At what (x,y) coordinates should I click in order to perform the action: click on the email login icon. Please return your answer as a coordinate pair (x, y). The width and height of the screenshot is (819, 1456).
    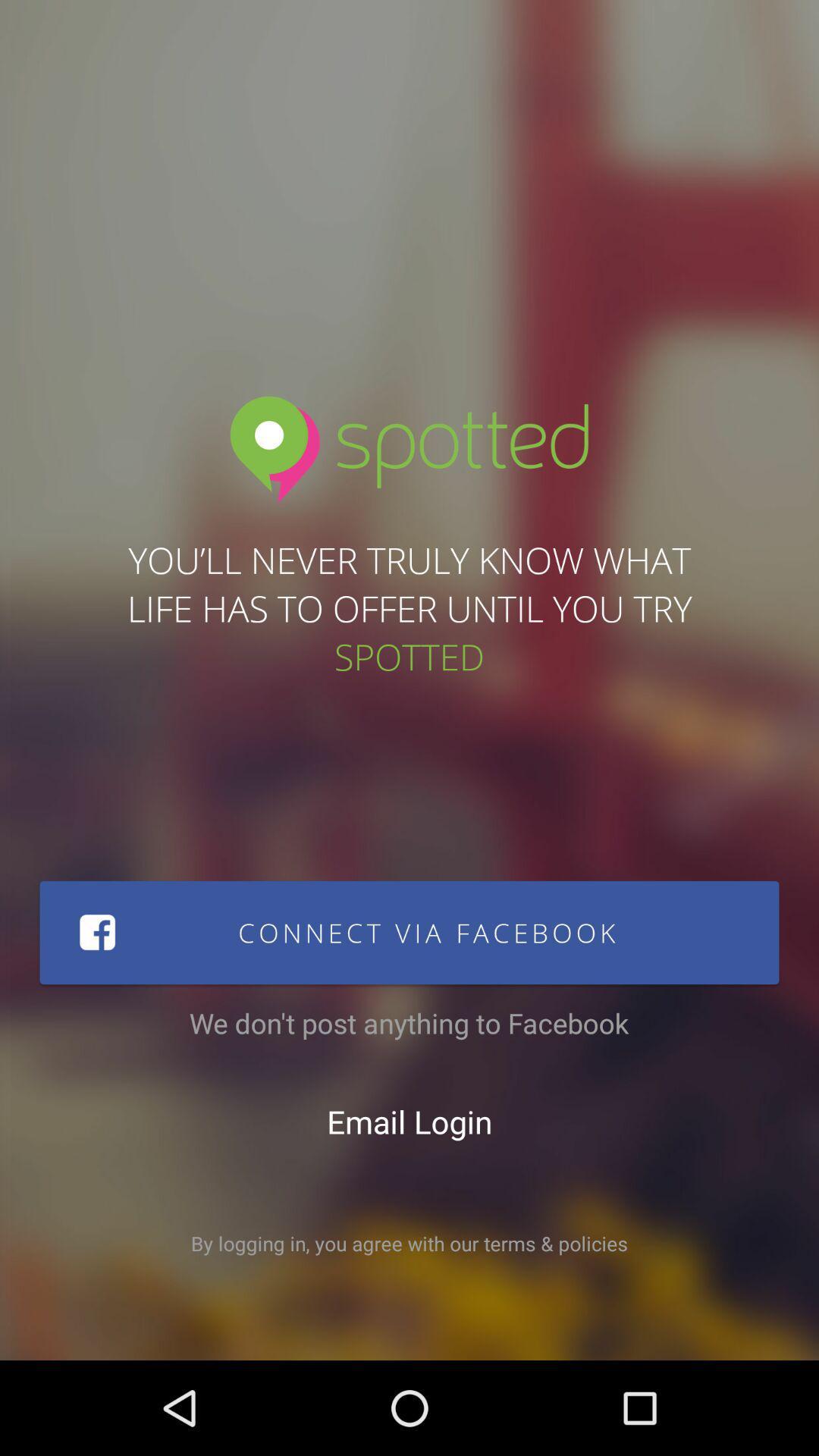
    Looking at the image, I should click on (409, 1121).